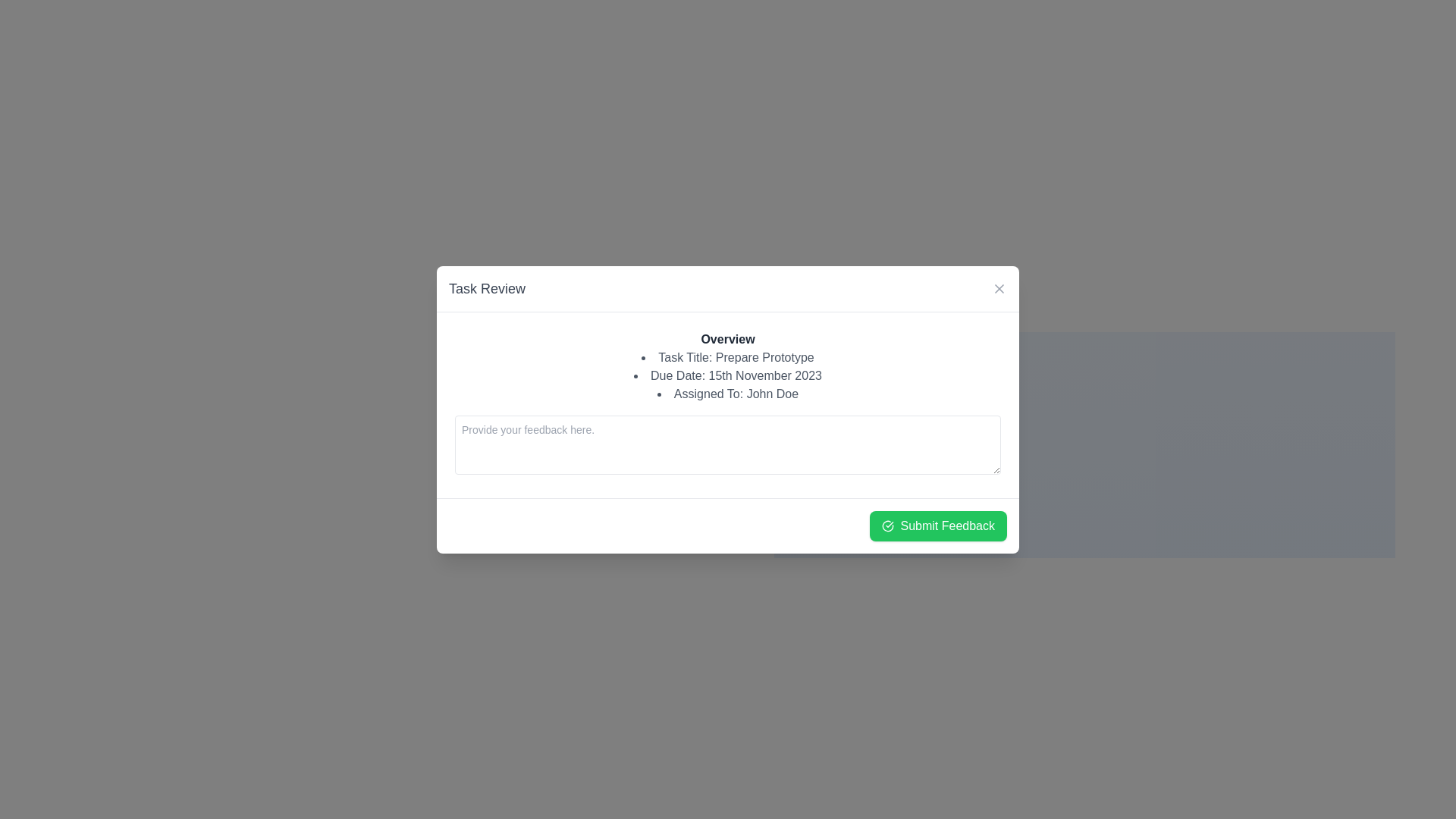 This screenshot has height=819, width=1456. What do you see at coordinates (728, 375) in the screenshot?
I see `the informational text label displaying the due date for the task 'Prepare Prototype' in the centered modal under the 'Overview' section` at bounding box center [728, 375].